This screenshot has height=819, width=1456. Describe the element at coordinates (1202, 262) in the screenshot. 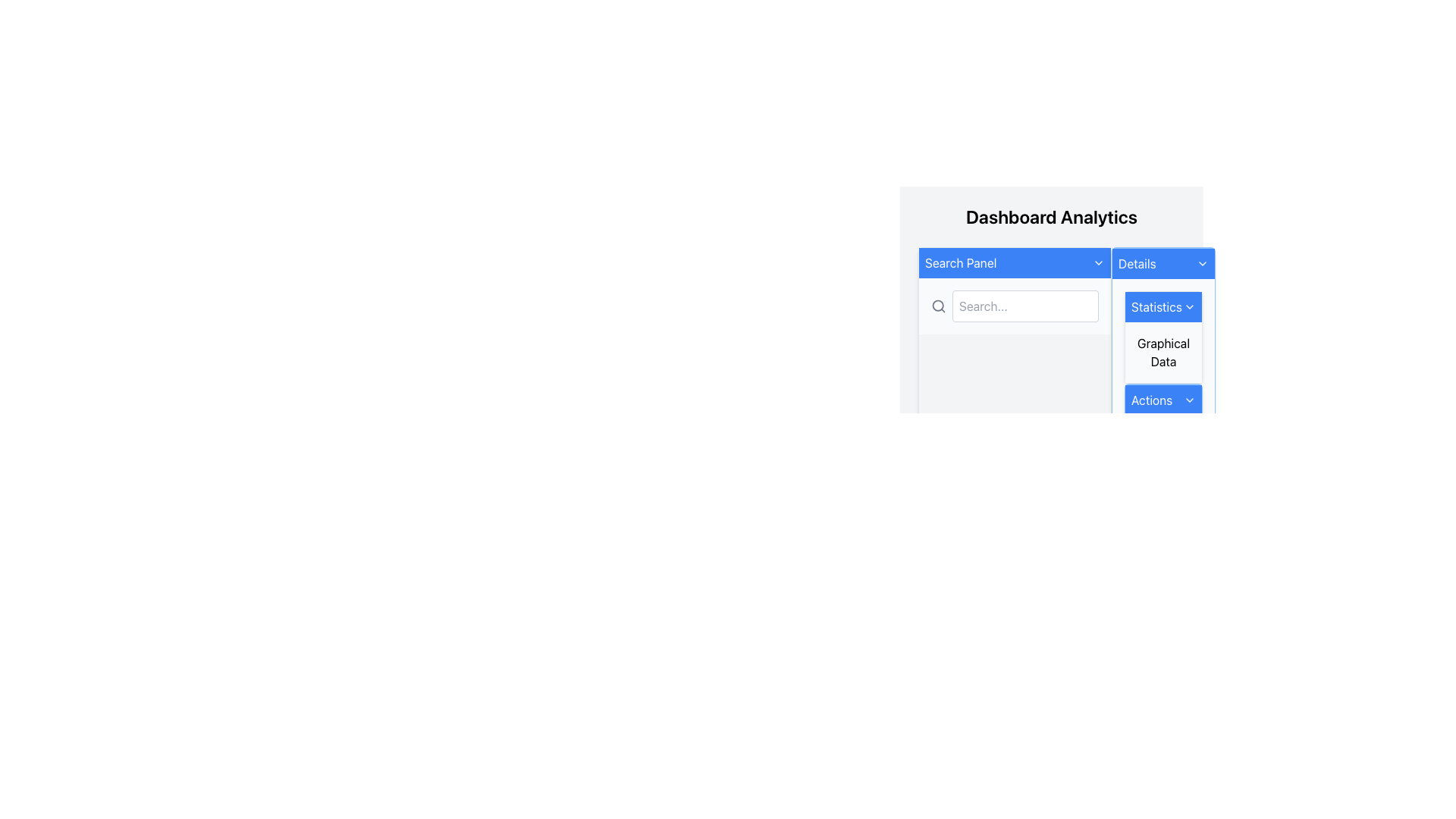

I see `the chevron icon located at the right end of the 'Details' button` at that location.